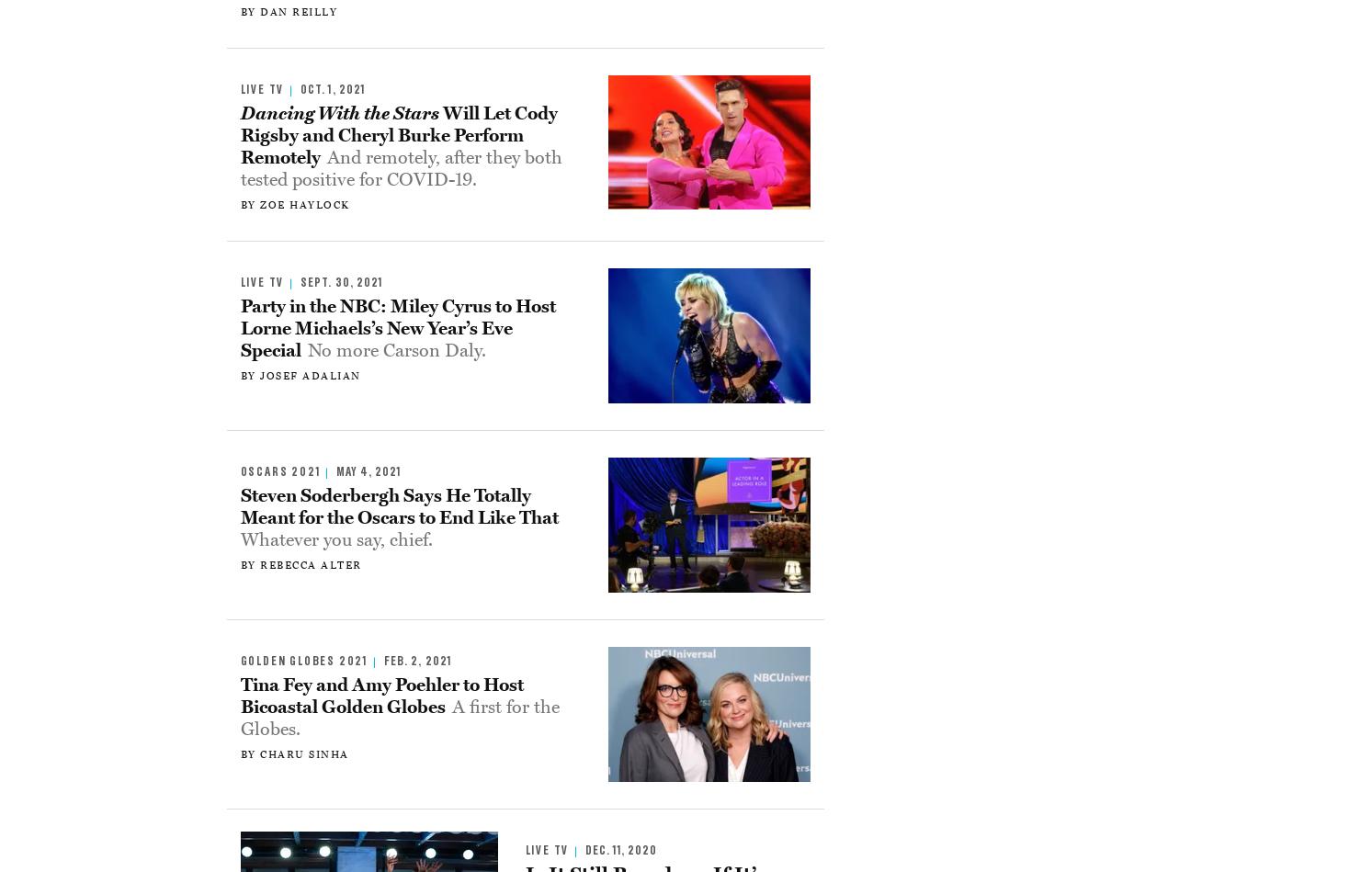  Describe the element at coordinates (396, 350) in the screenshot. I see `'No more Carson Daly.'` at that location.